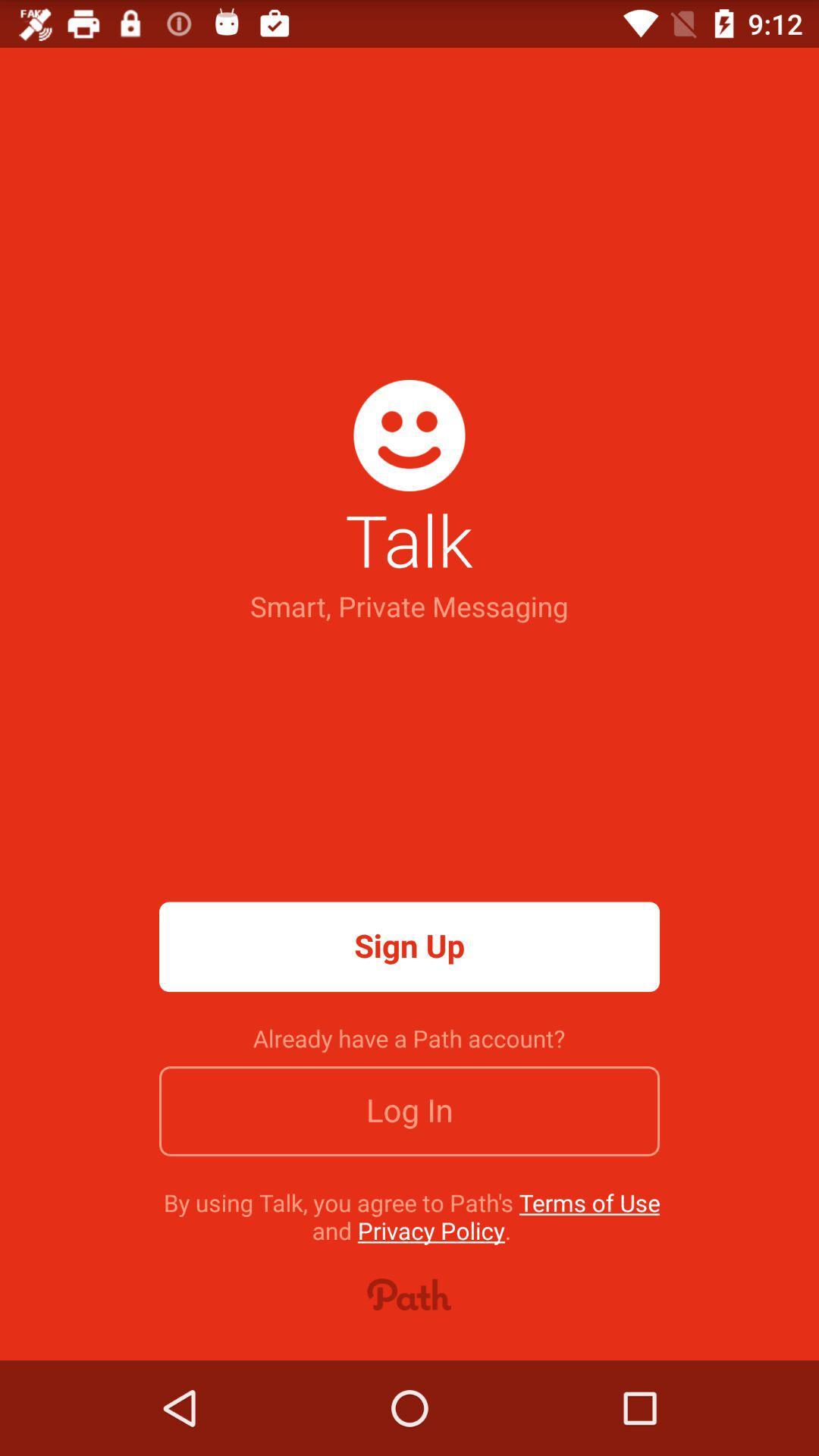 This screenshot has width=819, height=1456. I want to click on the item below the already have a icon, so click(409, 1111).